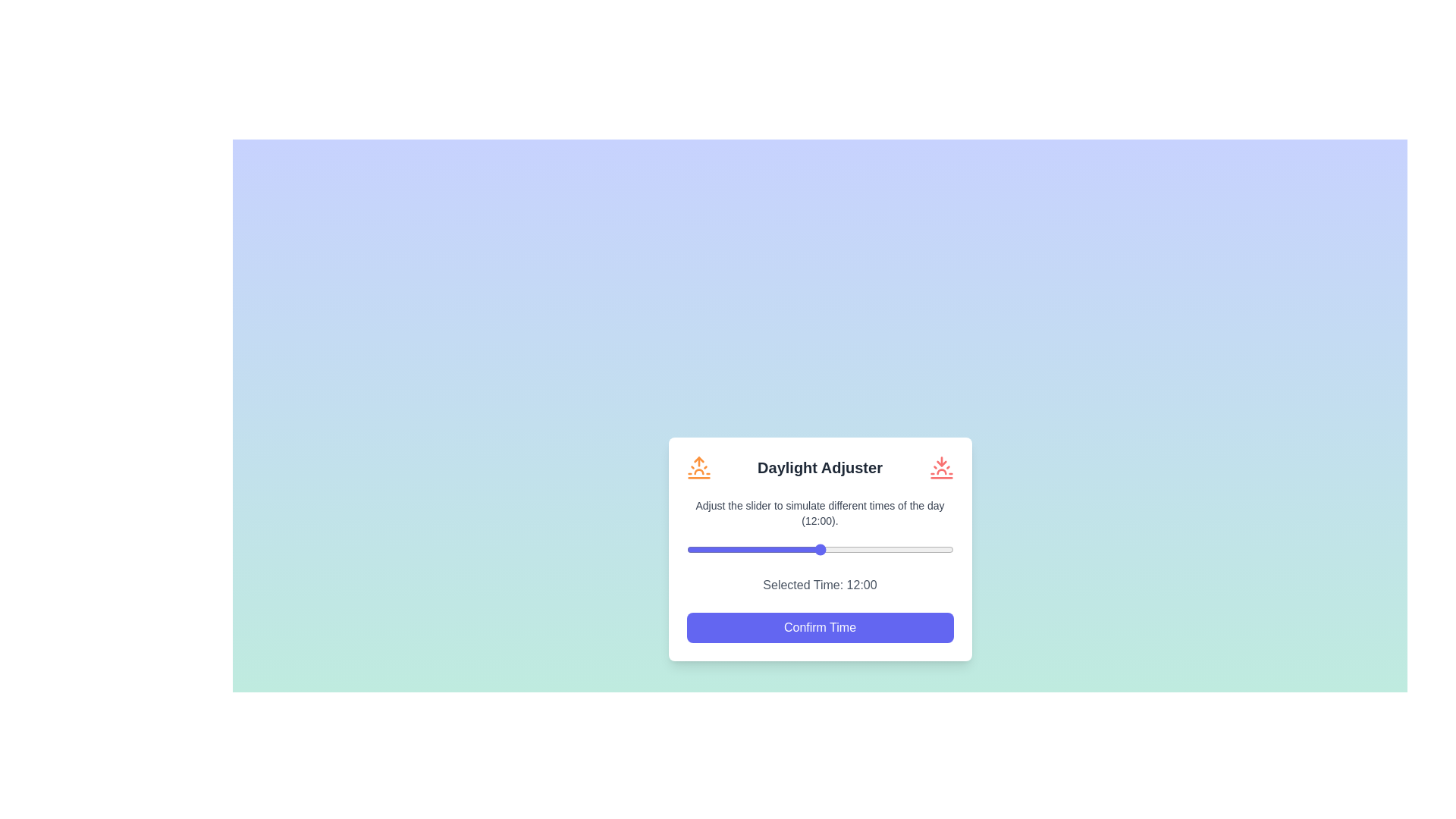 Image resolution: width=1456 pixels, height=819 pixels. I want to click on the slider to set the time to 17, so click(875, 549).